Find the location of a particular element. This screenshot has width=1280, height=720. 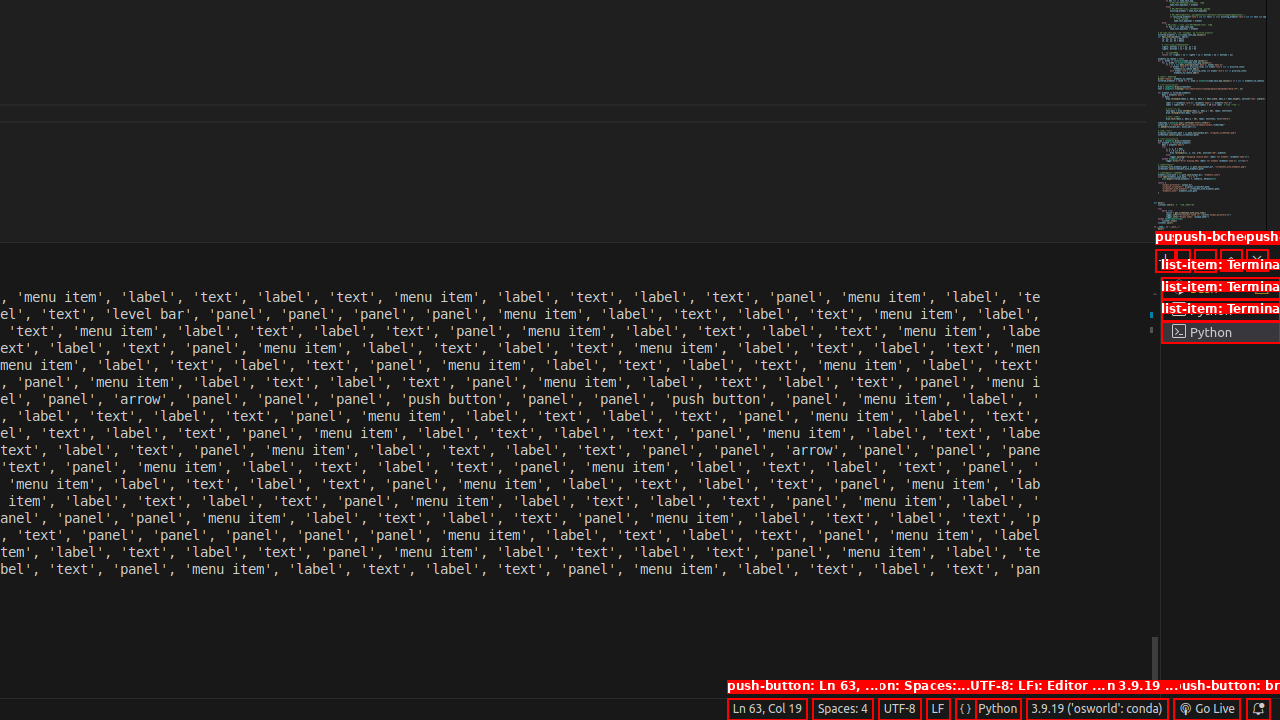

'broadcast Go Live, Click to run live server' is located at coordinates (1205, 707).